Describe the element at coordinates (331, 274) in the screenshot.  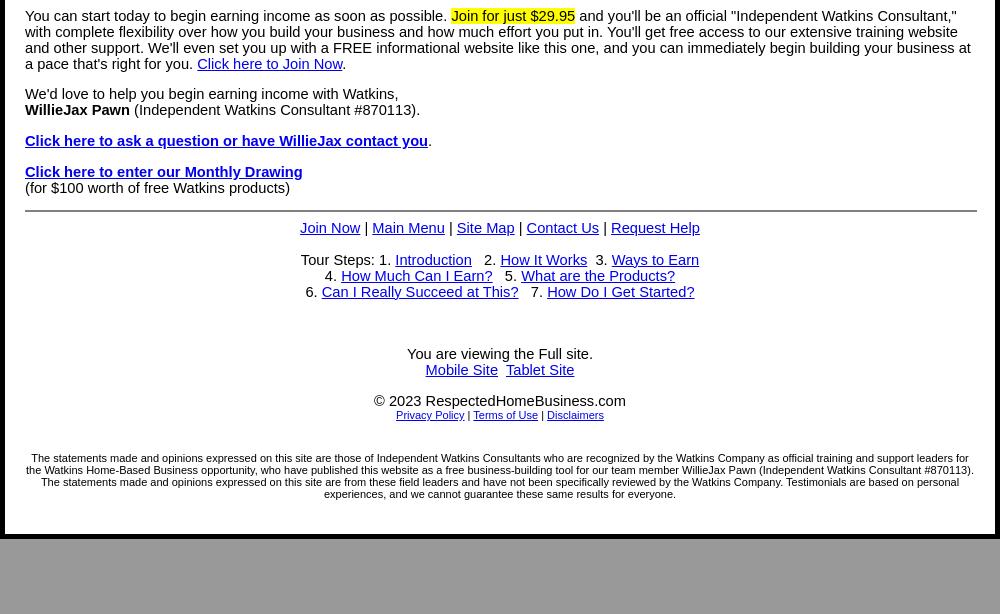
I see `'4.'` at that location.